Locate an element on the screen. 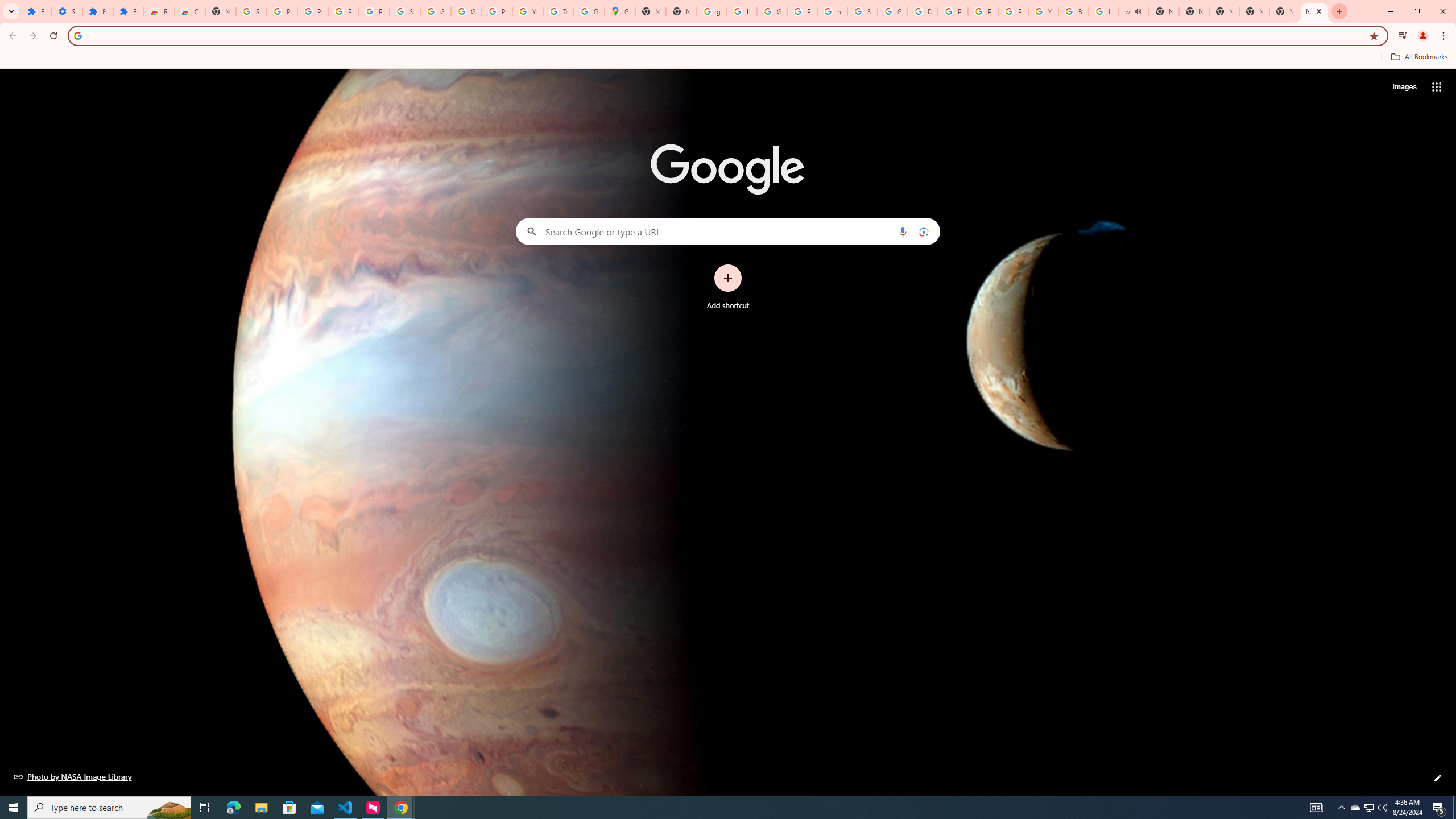 The width and height of the screenshot is (1456, 819). 'Privacy Help Center - Policies Help' is located at coordinates (953, 11).